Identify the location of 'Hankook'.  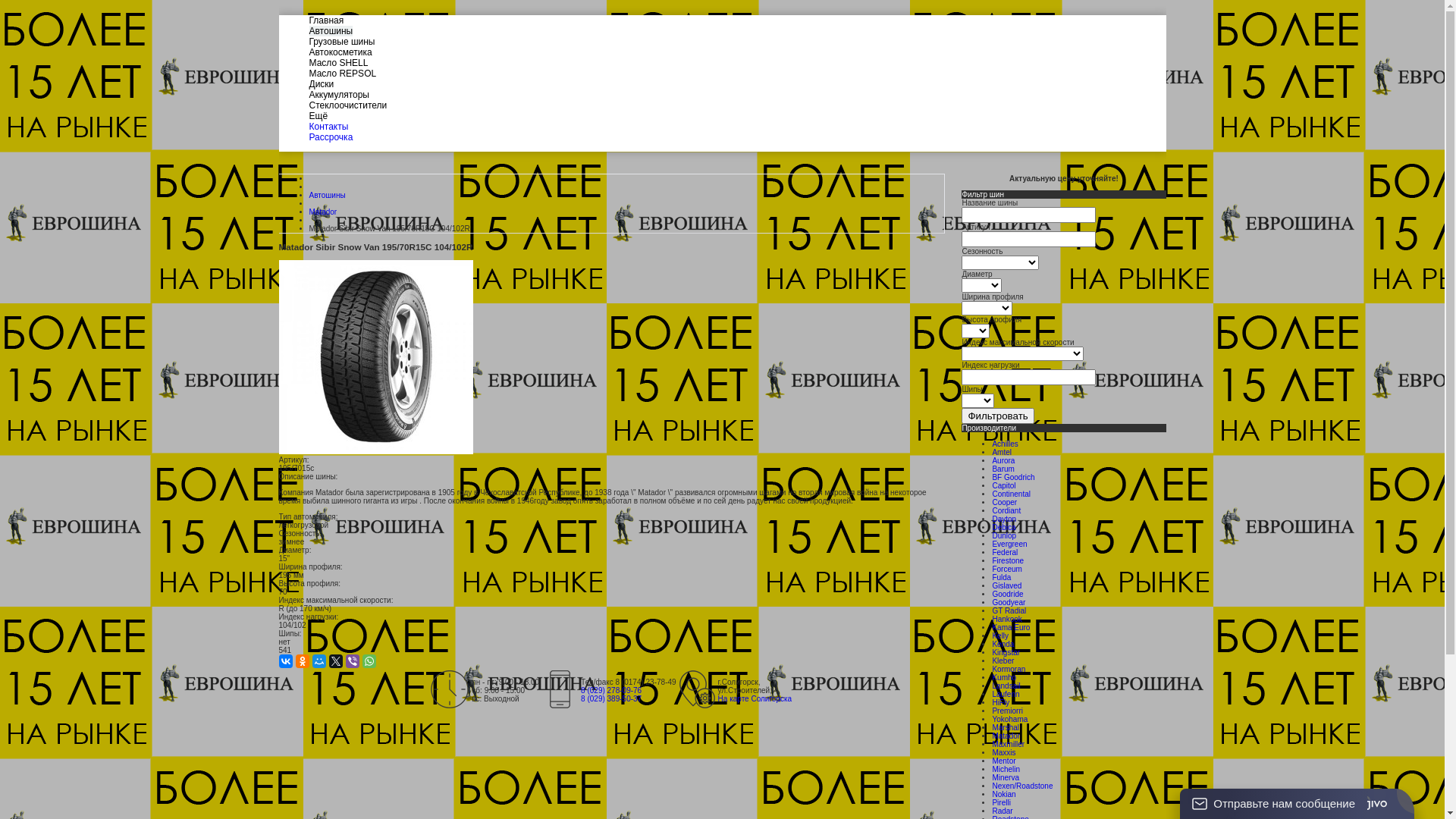
(1006, 619).